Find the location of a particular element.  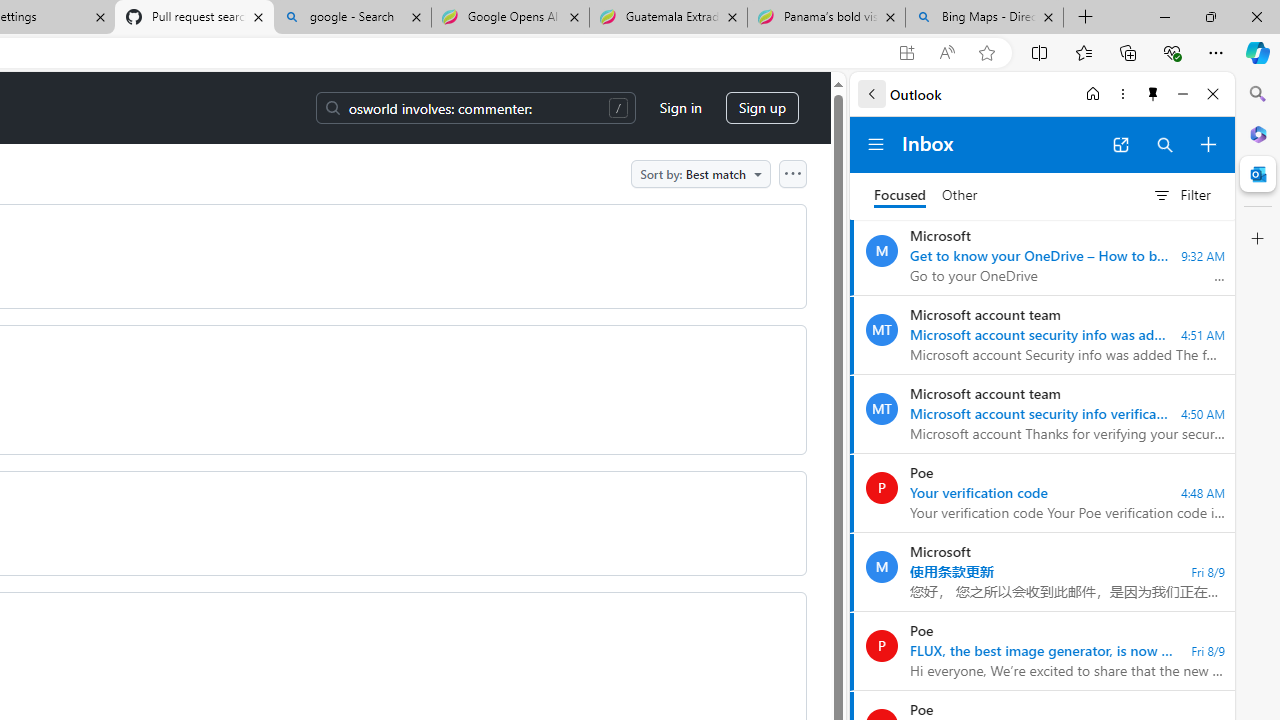

'Google Opens AI Academy for Startups - Nearshore Americas' is located at coordinates (510, 17).